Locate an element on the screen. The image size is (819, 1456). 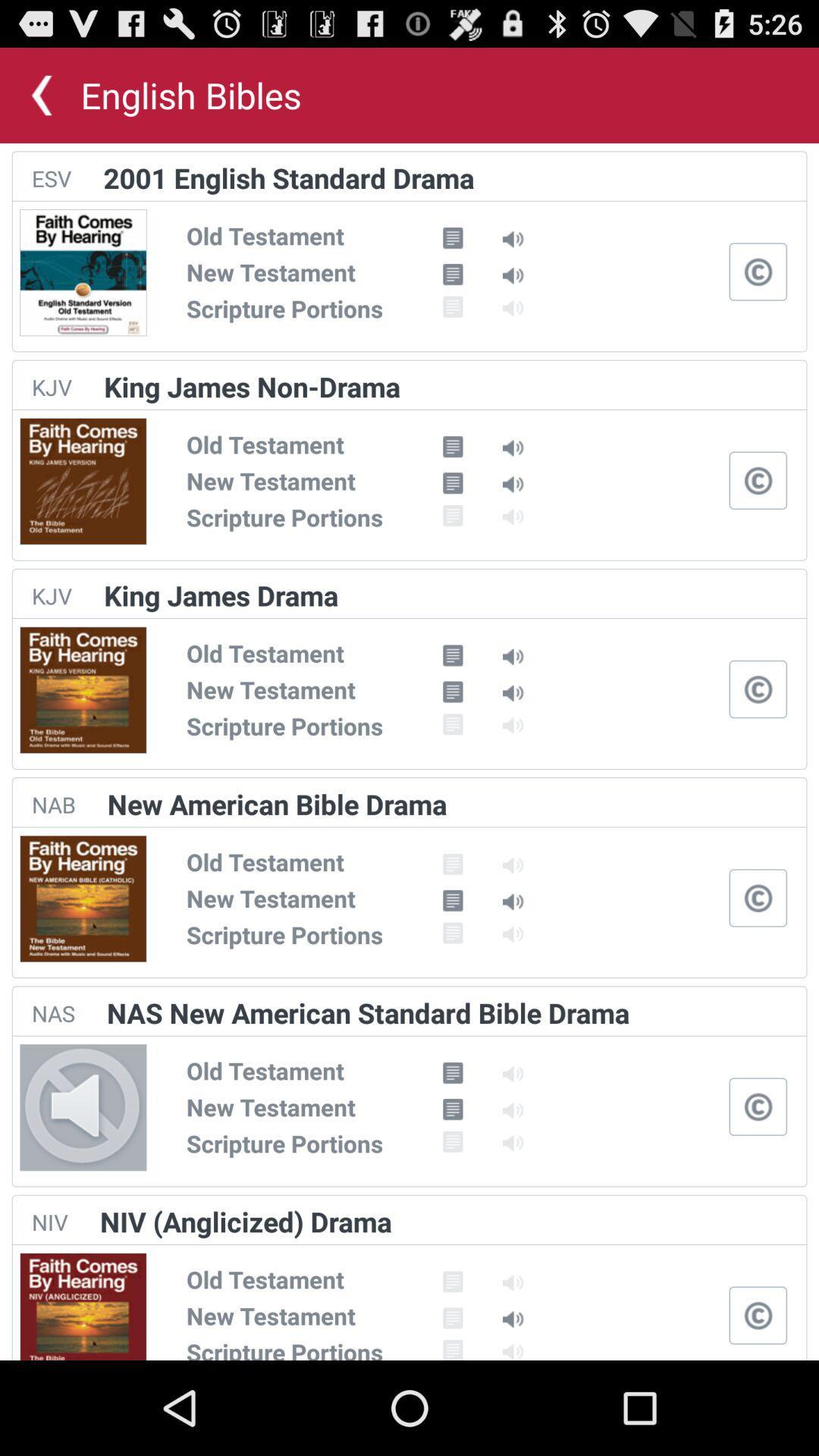
and pause is located at coordinates (758, 1106).